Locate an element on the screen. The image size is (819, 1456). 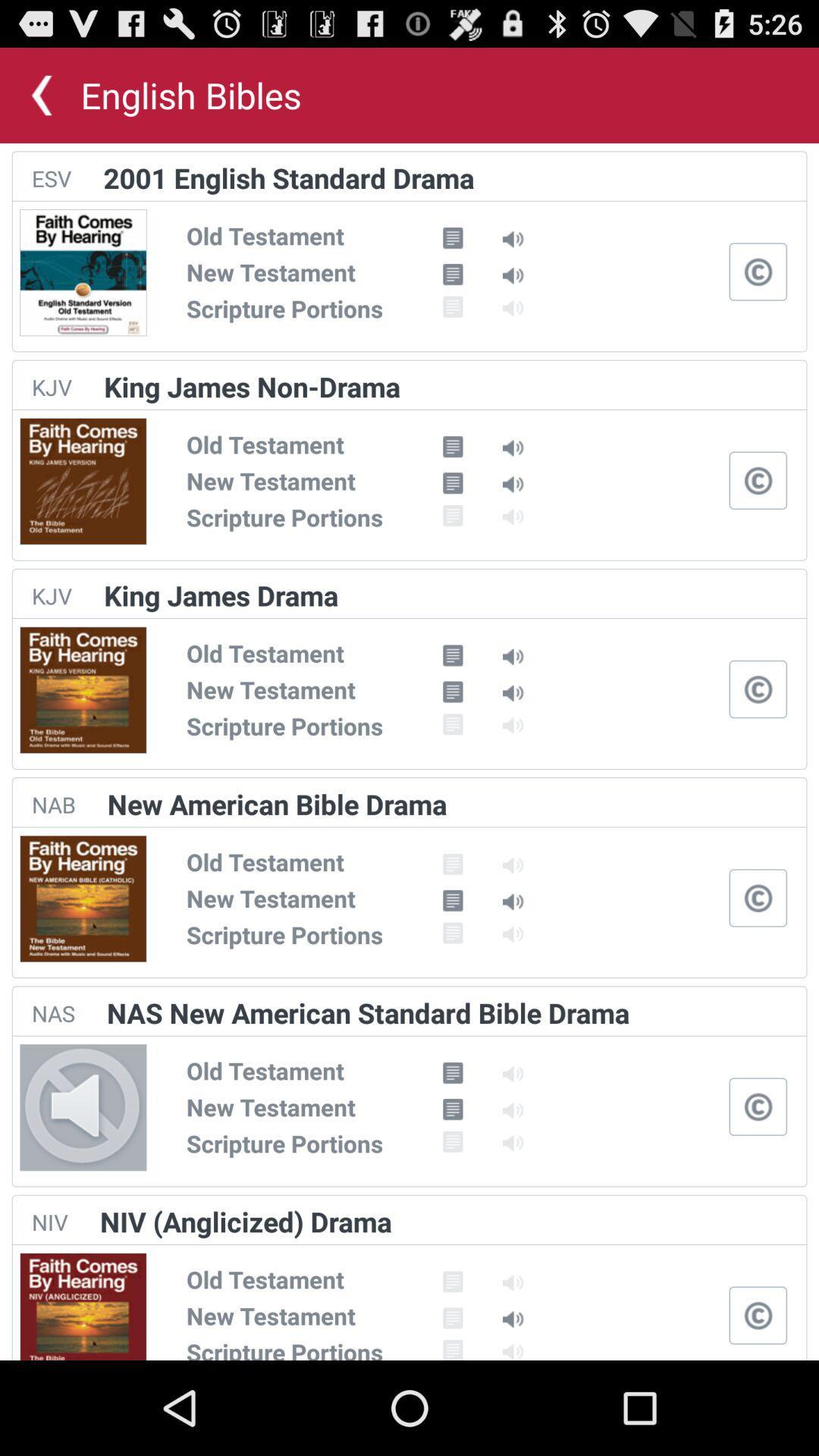
and pause is located at coordinates (758, 1106).